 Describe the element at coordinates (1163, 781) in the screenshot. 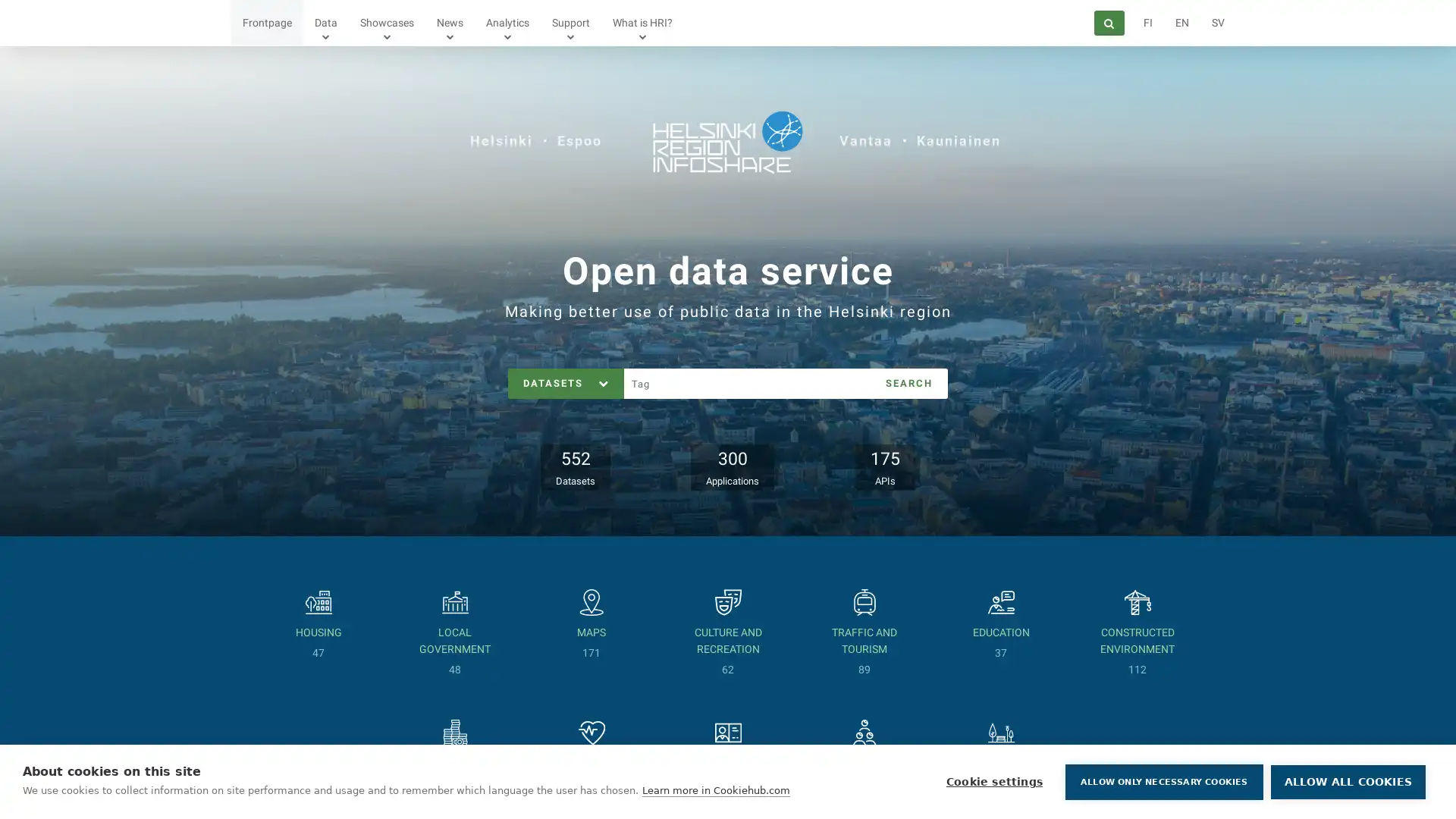

I see `ALLOW ONLY NECESSARY COOKIES` at that location.